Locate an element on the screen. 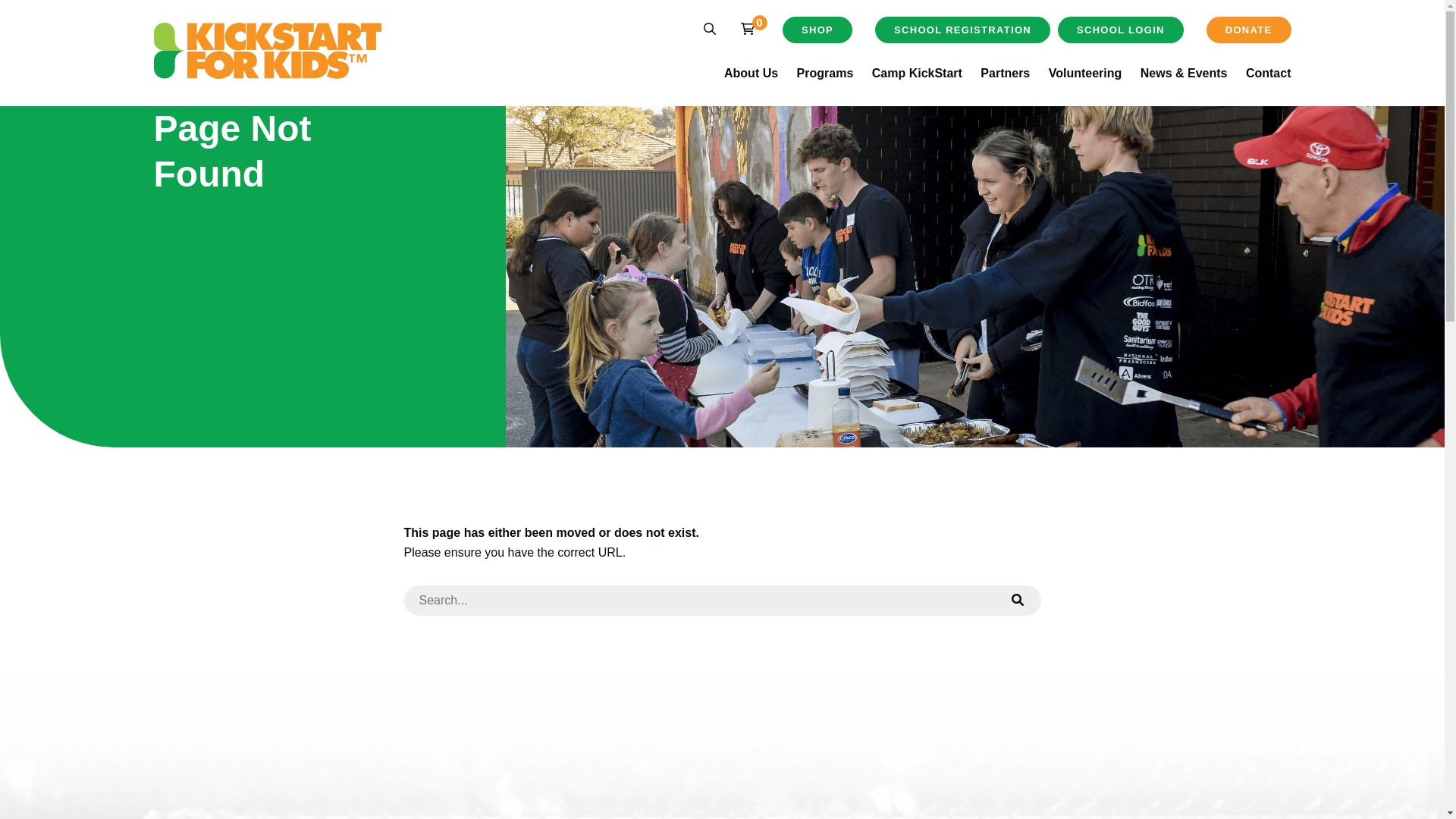 Image resolution: width=1456 pixels, height=819 pixels. 'Contact' is located at coordinates (1269, 73).